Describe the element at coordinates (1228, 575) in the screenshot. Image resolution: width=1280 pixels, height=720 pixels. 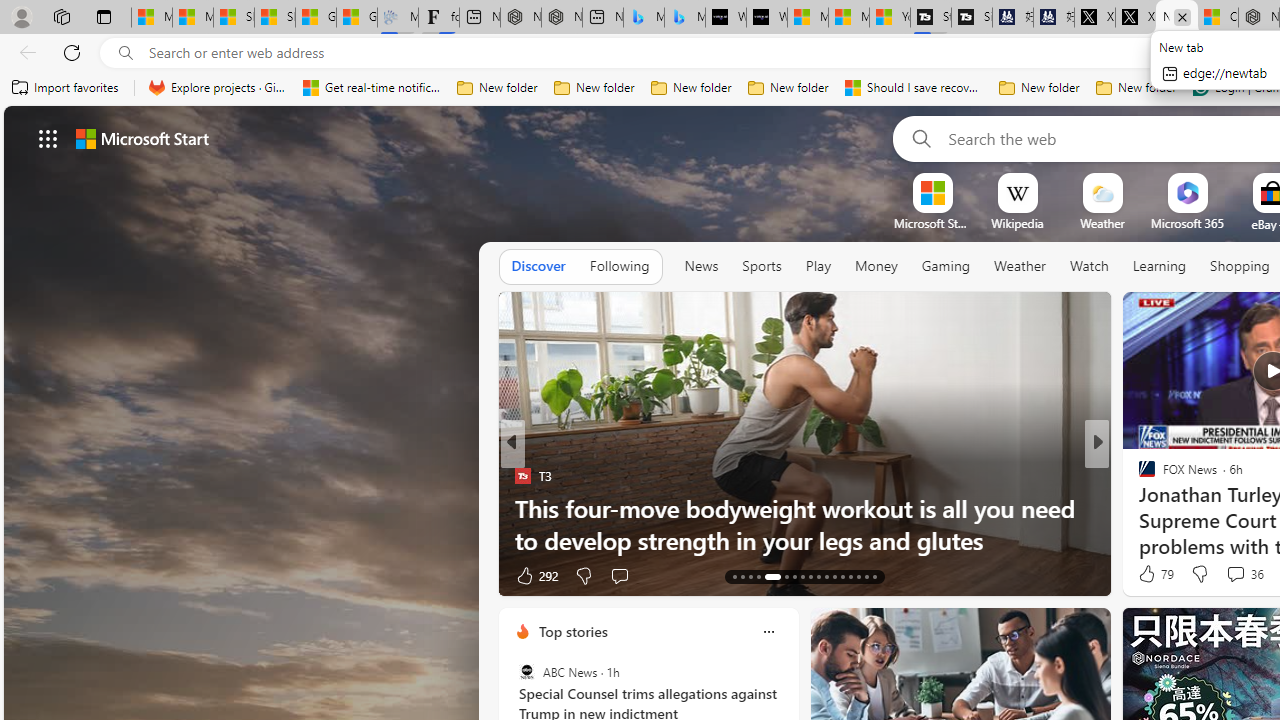
I see `'View comments 1 Comment'` at that location.